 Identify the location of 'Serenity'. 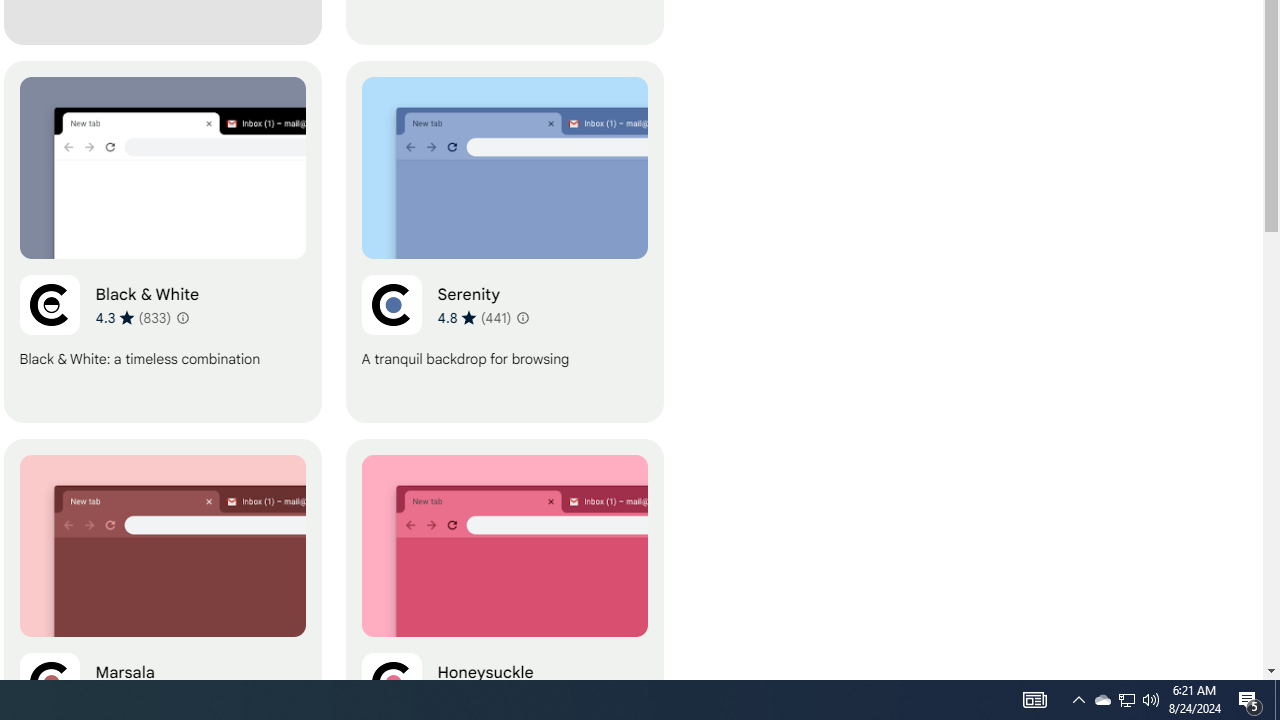
(504, 241).